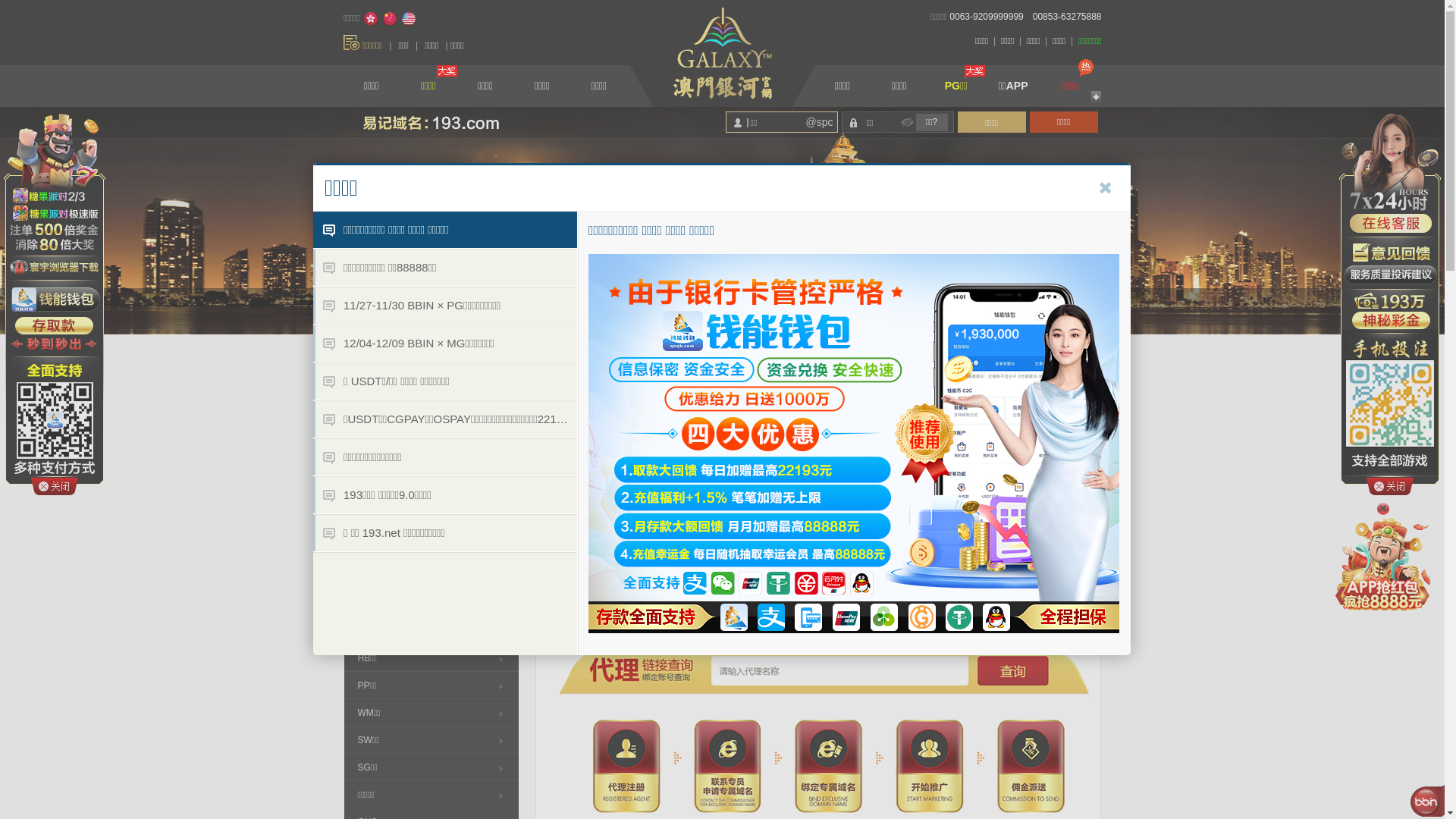 The height and width of the screenshot is (819, 1456). I want to click on 'English', so click(400, 18).